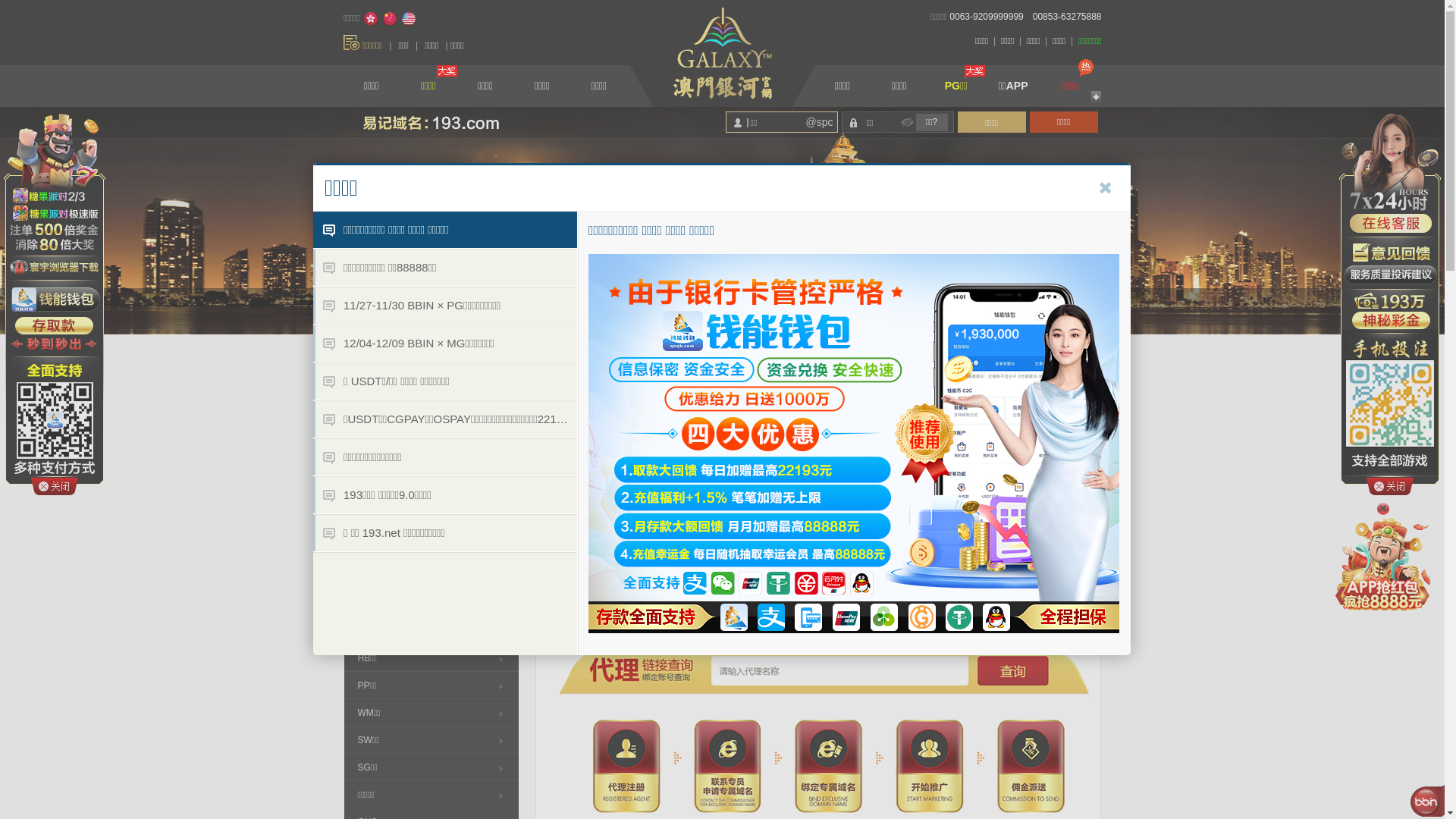 The height and width of the screenshot is (819, 1456). I want to click on 'English', so click(400, 18).